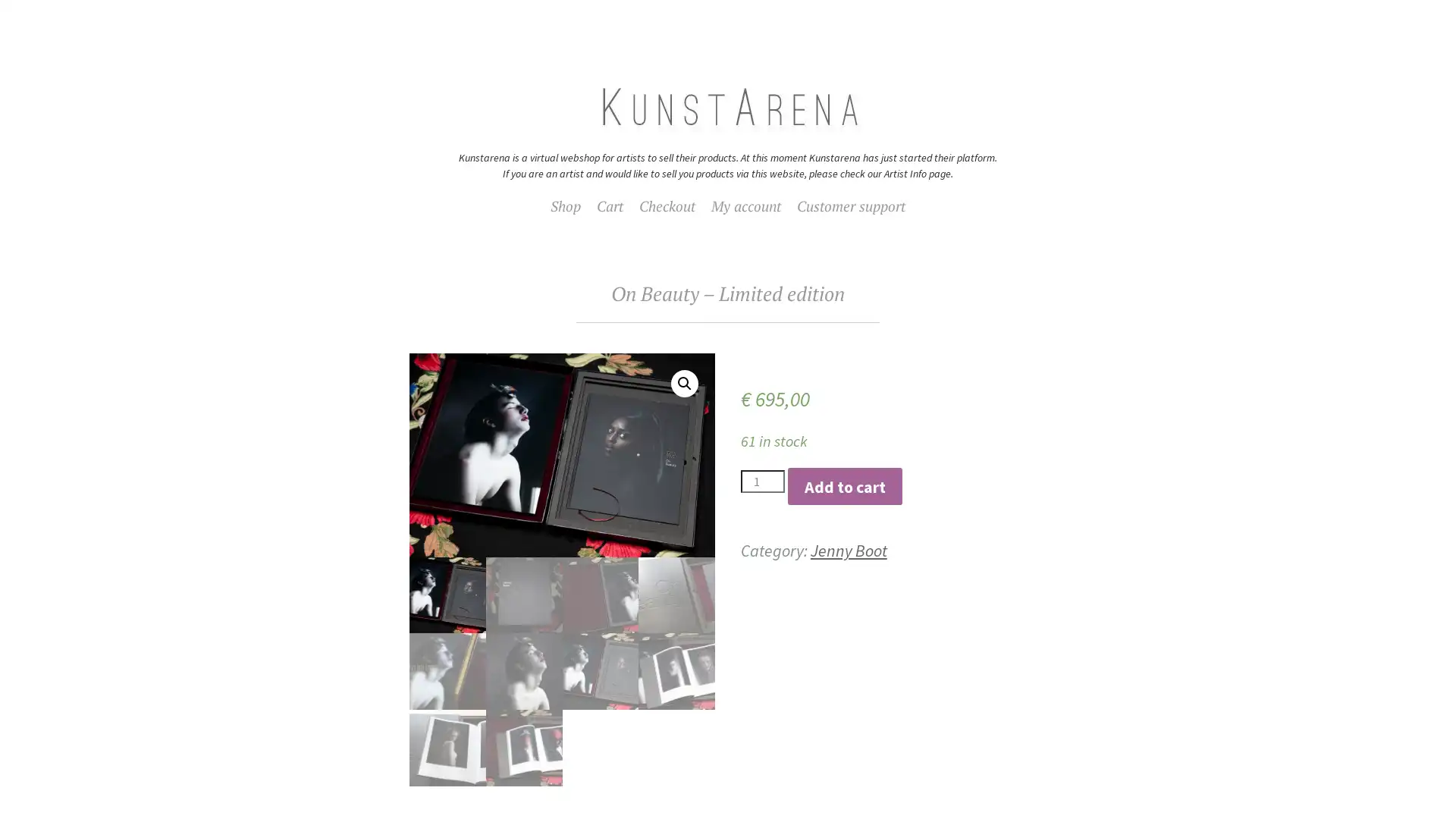 This screenshot has height=819, width=1456. What do you see at coordinates (844, 486) in the screenshot?
I see `Add to cart` at bounding box center [844, 486].